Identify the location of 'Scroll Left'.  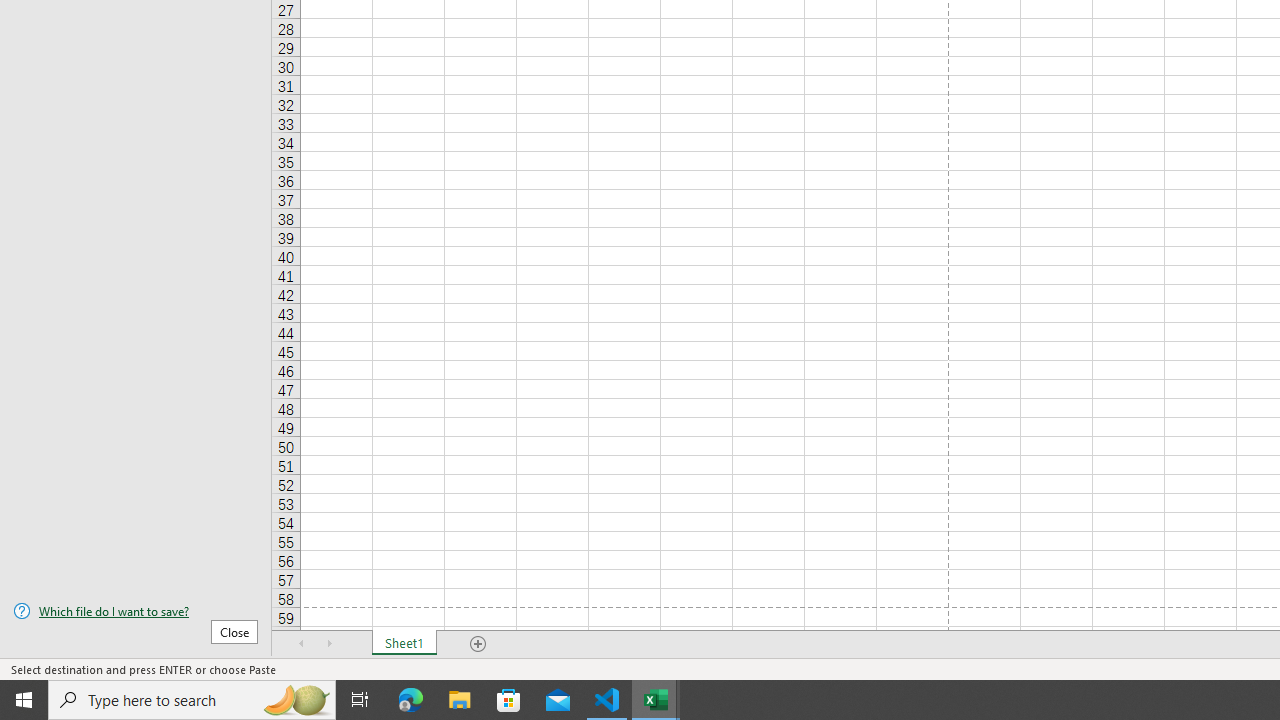
(301, 644).